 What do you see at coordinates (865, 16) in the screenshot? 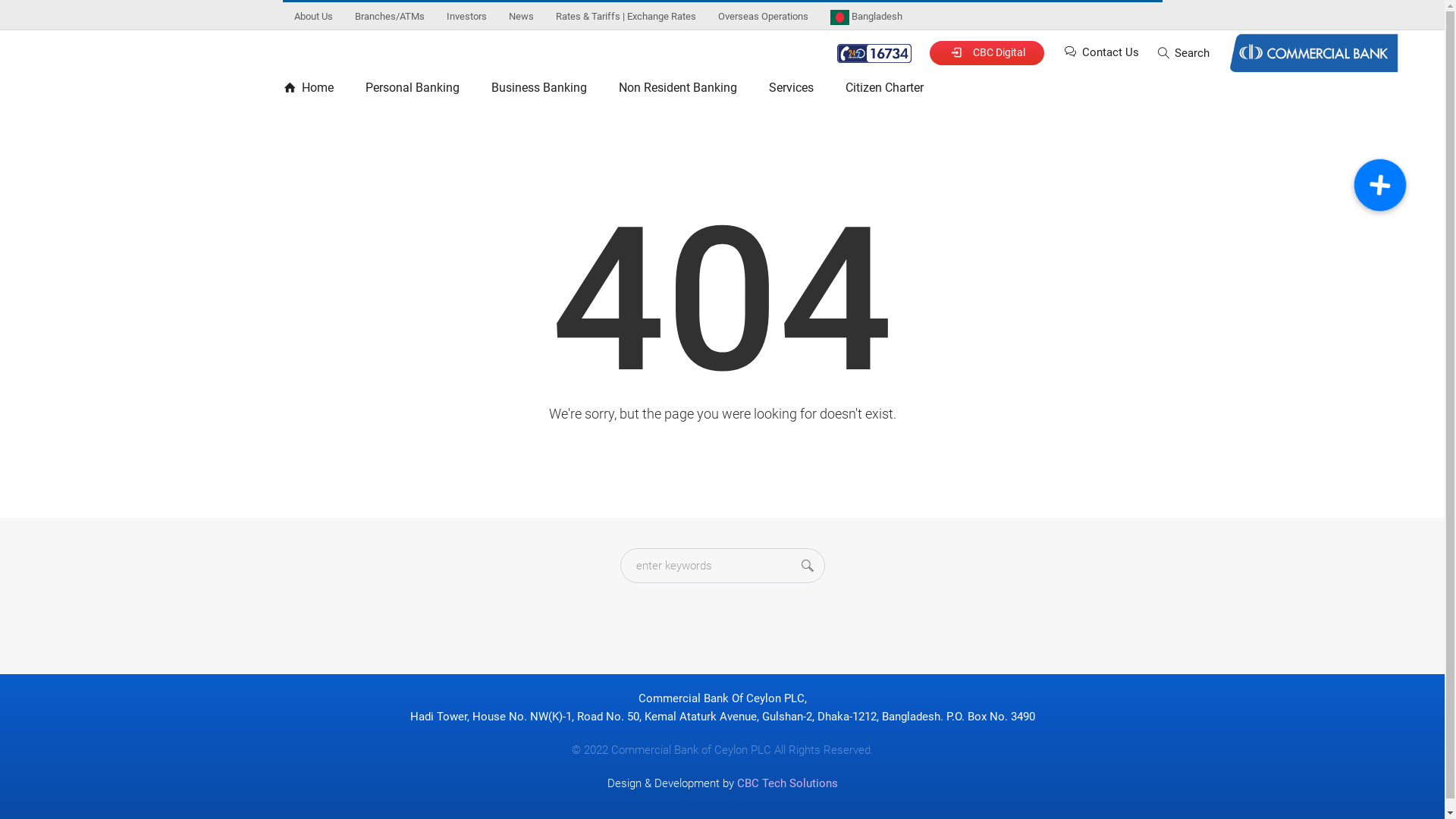
I see `' Bangladesh'` at bounding box center [865, 16].